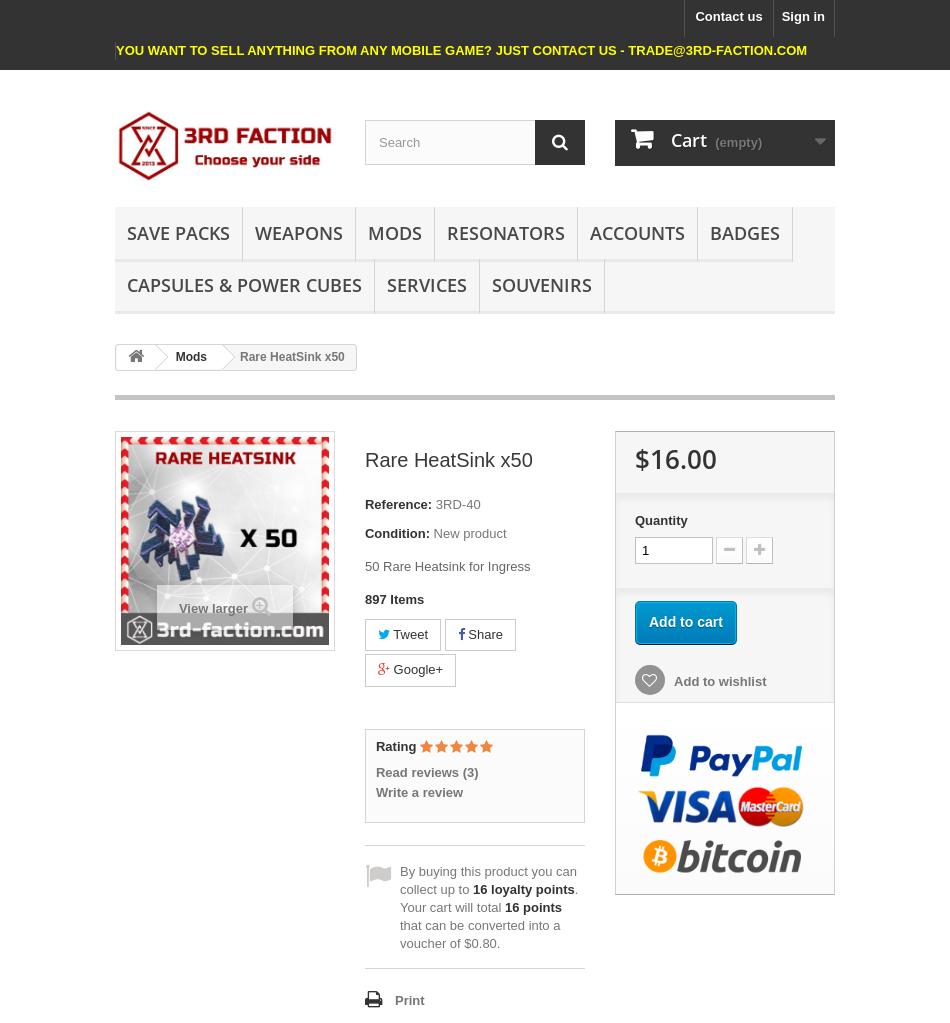 Image resolution: width=950 pixels, height=1023 pixels. What do you see at coordinates (127, 231) in the screenshot?
I see `'Save Packs'` at bounding box center [127, 231].